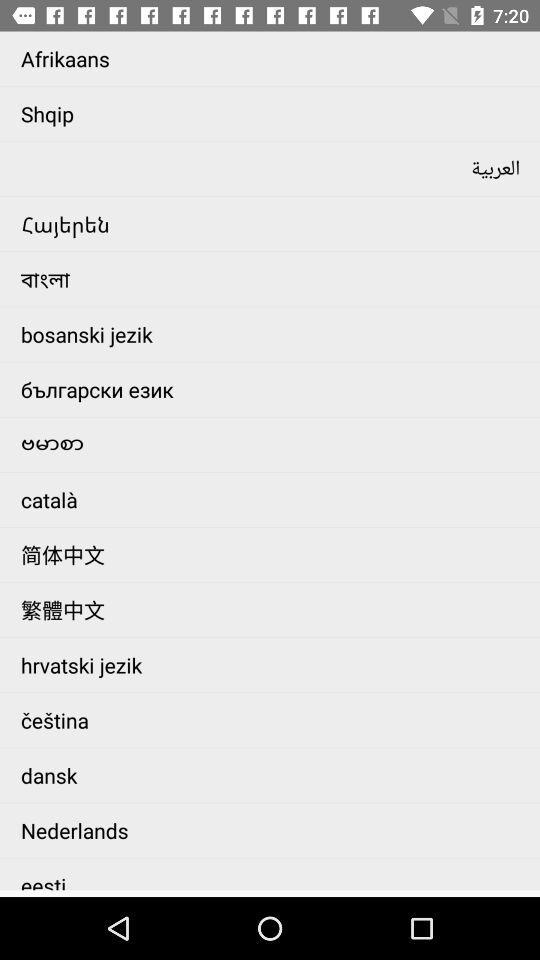 Image resolution: width=540 pixels, height=960 pixels. I want to click on app below nederlands app, so click(274, 873).